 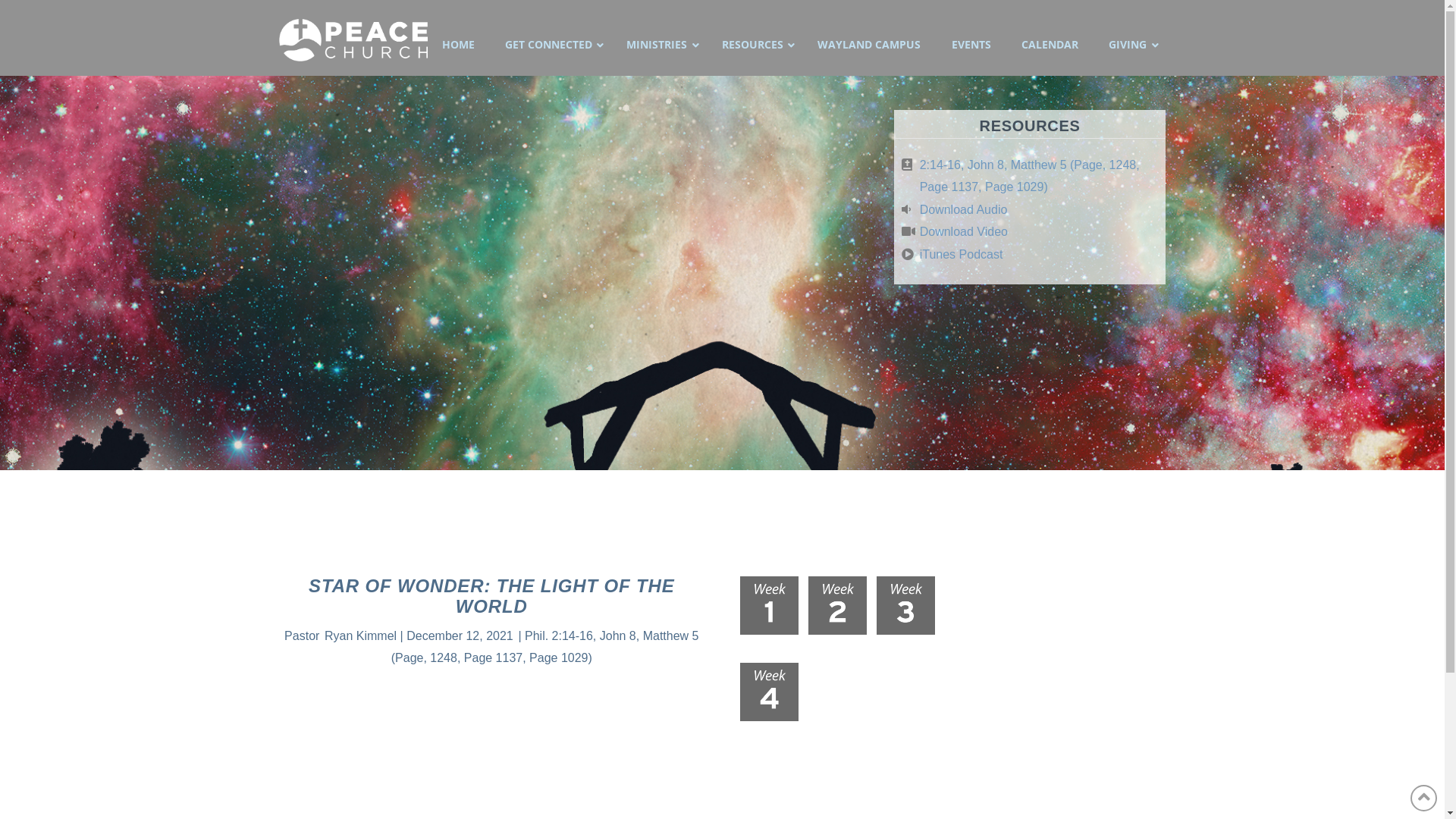 What do you see at coordinates (567, 271) in the screenshot?
I see `'Star of Wonder: The Light of the World'` at bounding box center [567, 271].